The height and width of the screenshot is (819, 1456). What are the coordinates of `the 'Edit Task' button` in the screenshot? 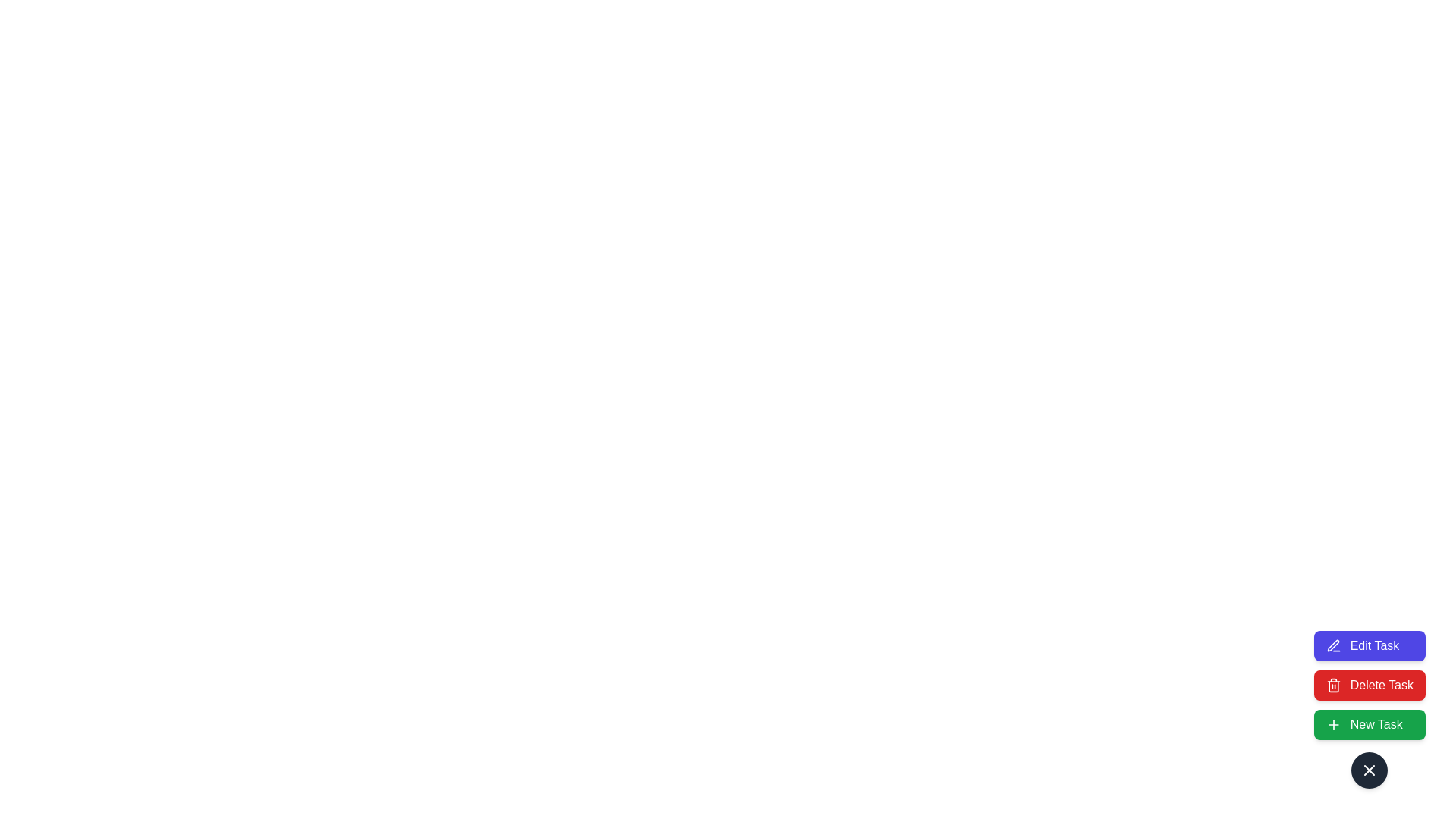 It's located at (1369, 646).